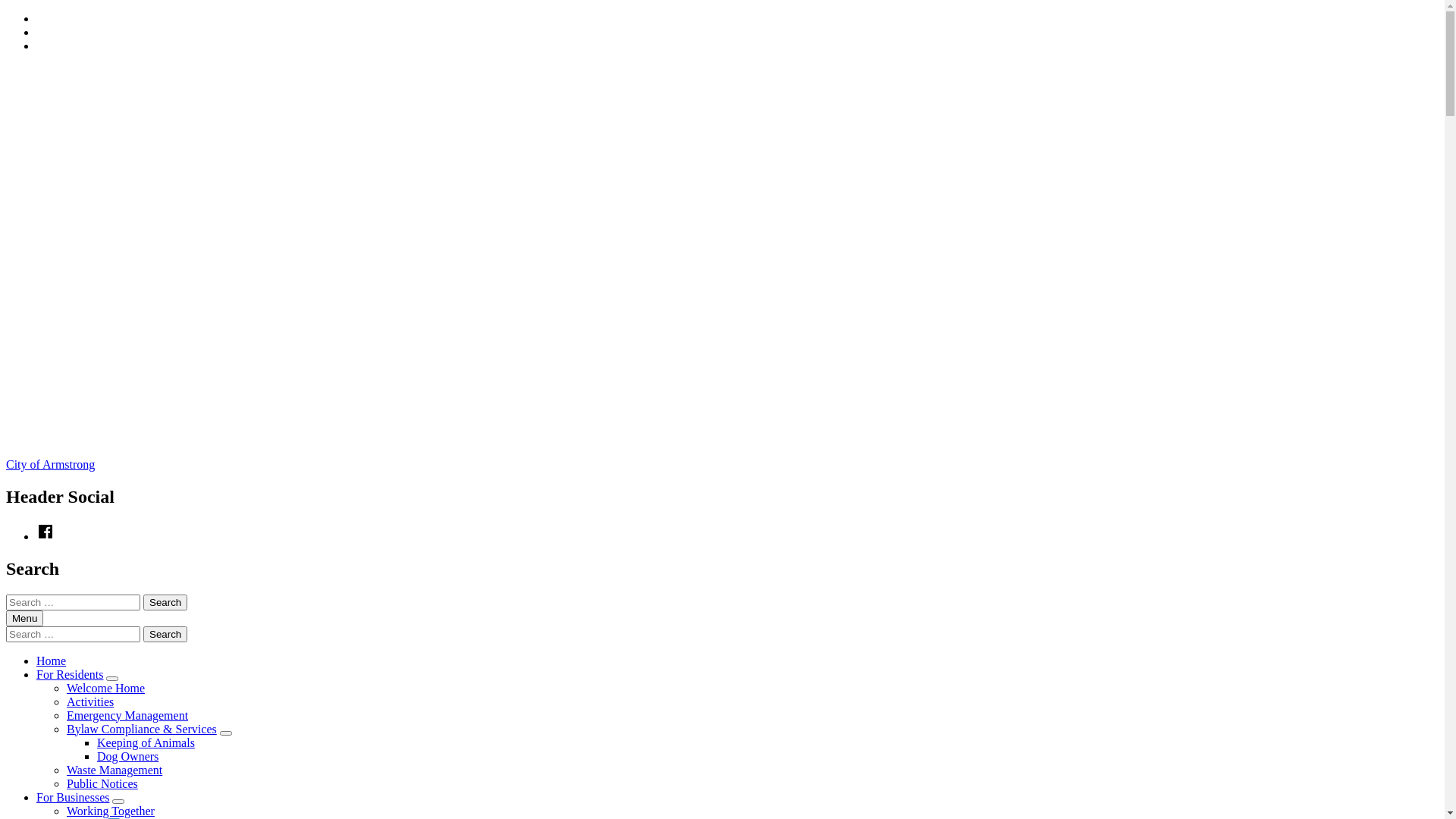 The height and width of the screenshot is (819, 1456). I want to click on 'Public Notices', so click(101, 783).